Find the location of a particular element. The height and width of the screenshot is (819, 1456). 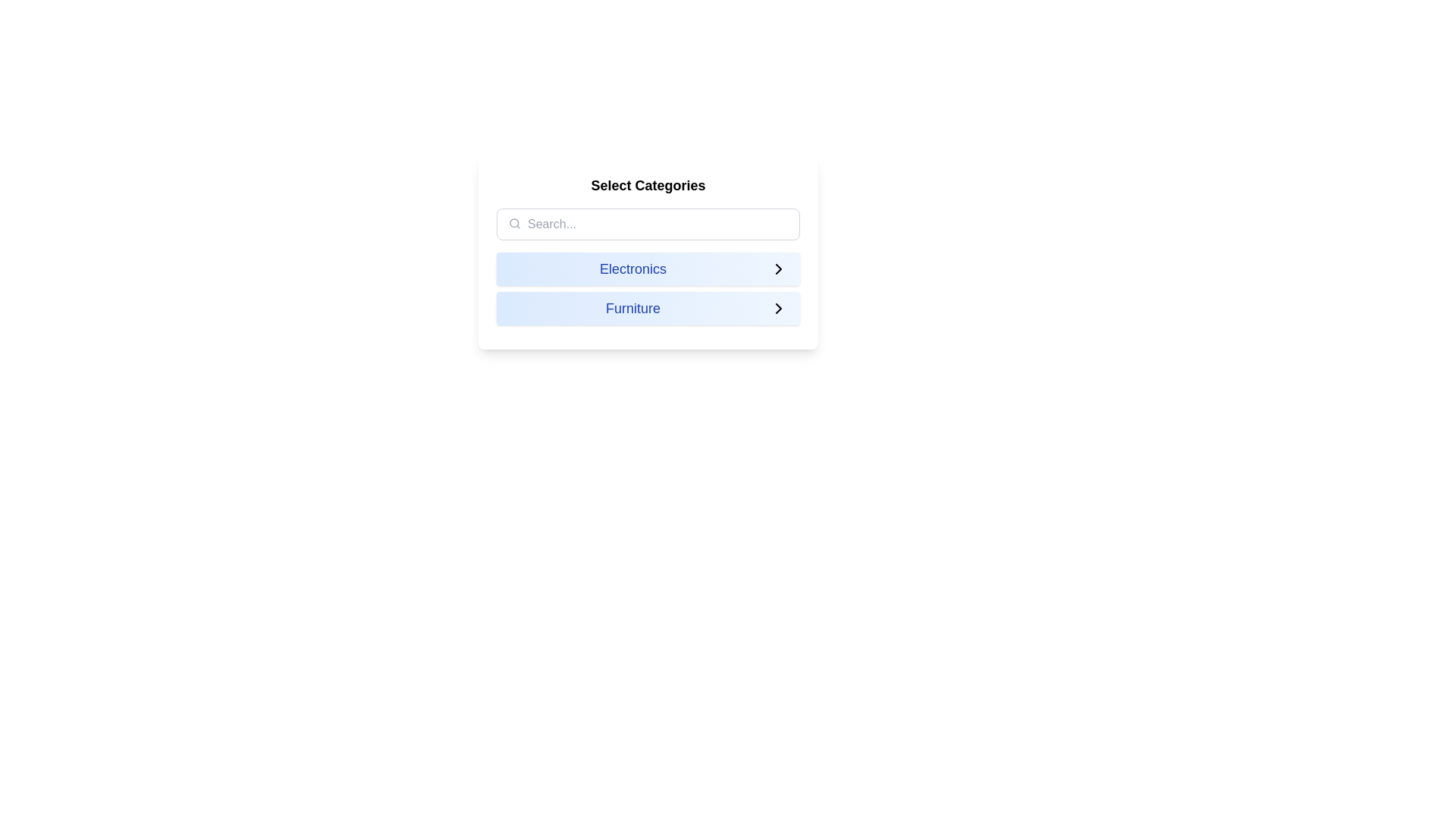

the 'Electronics' option in the 'Select Categories' card is located at coordinates (648, 253).